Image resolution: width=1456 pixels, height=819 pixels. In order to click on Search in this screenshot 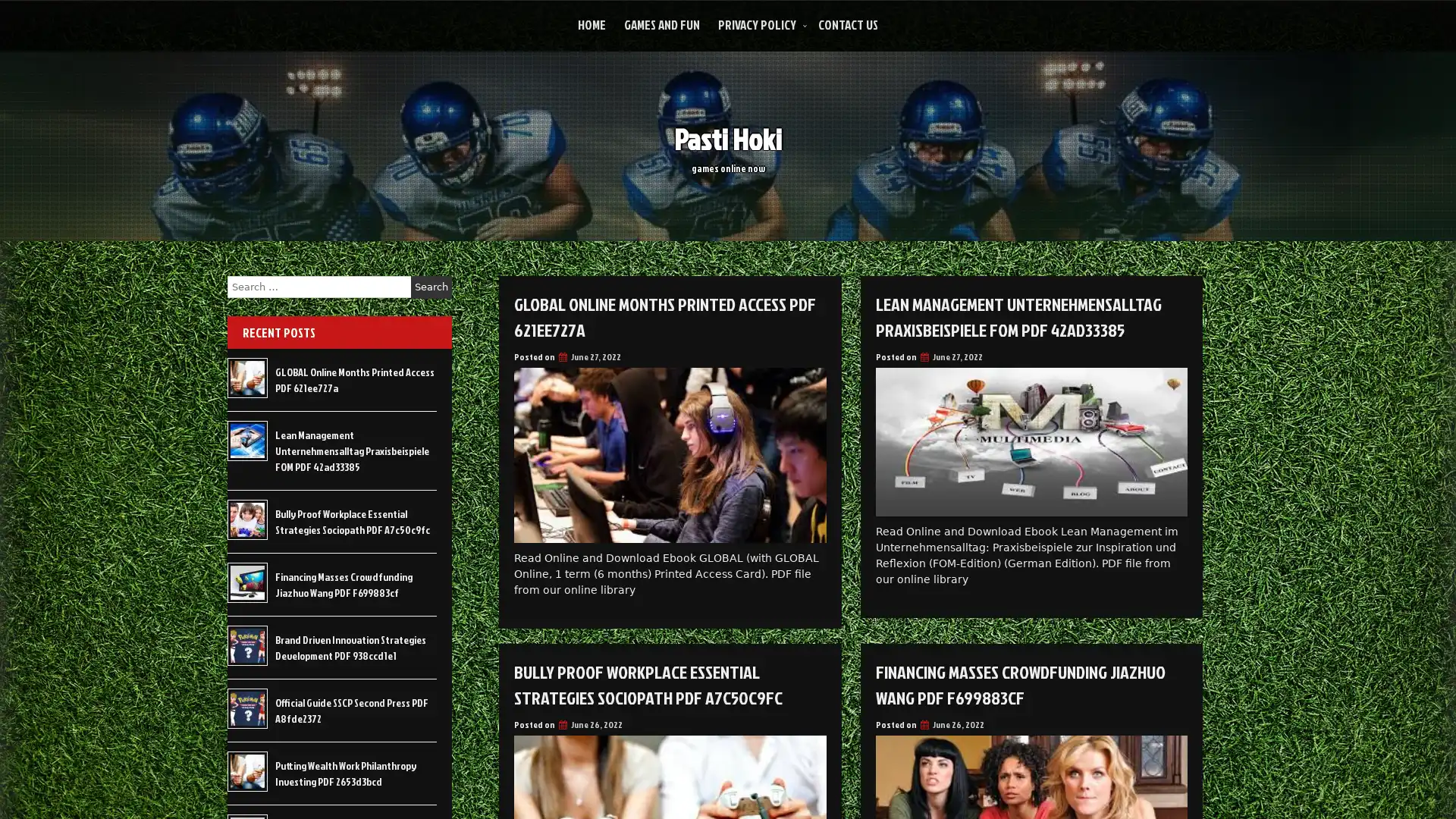, I will do `click(431, 287)`.